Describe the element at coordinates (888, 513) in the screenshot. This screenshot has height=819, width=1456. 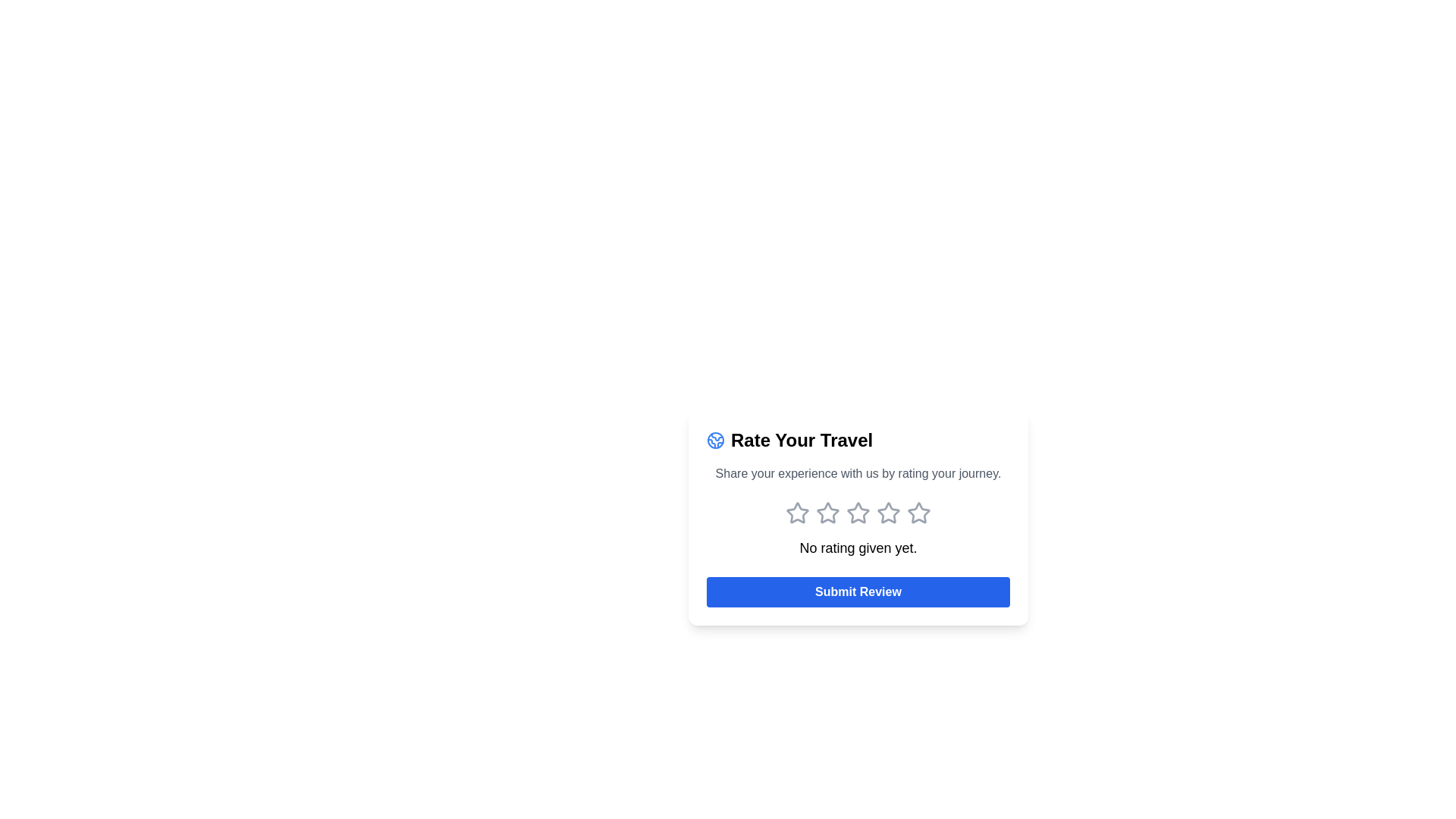
I see `the fourth star in the interactive rating icon to assign a rating of four out of five stars` at that location.